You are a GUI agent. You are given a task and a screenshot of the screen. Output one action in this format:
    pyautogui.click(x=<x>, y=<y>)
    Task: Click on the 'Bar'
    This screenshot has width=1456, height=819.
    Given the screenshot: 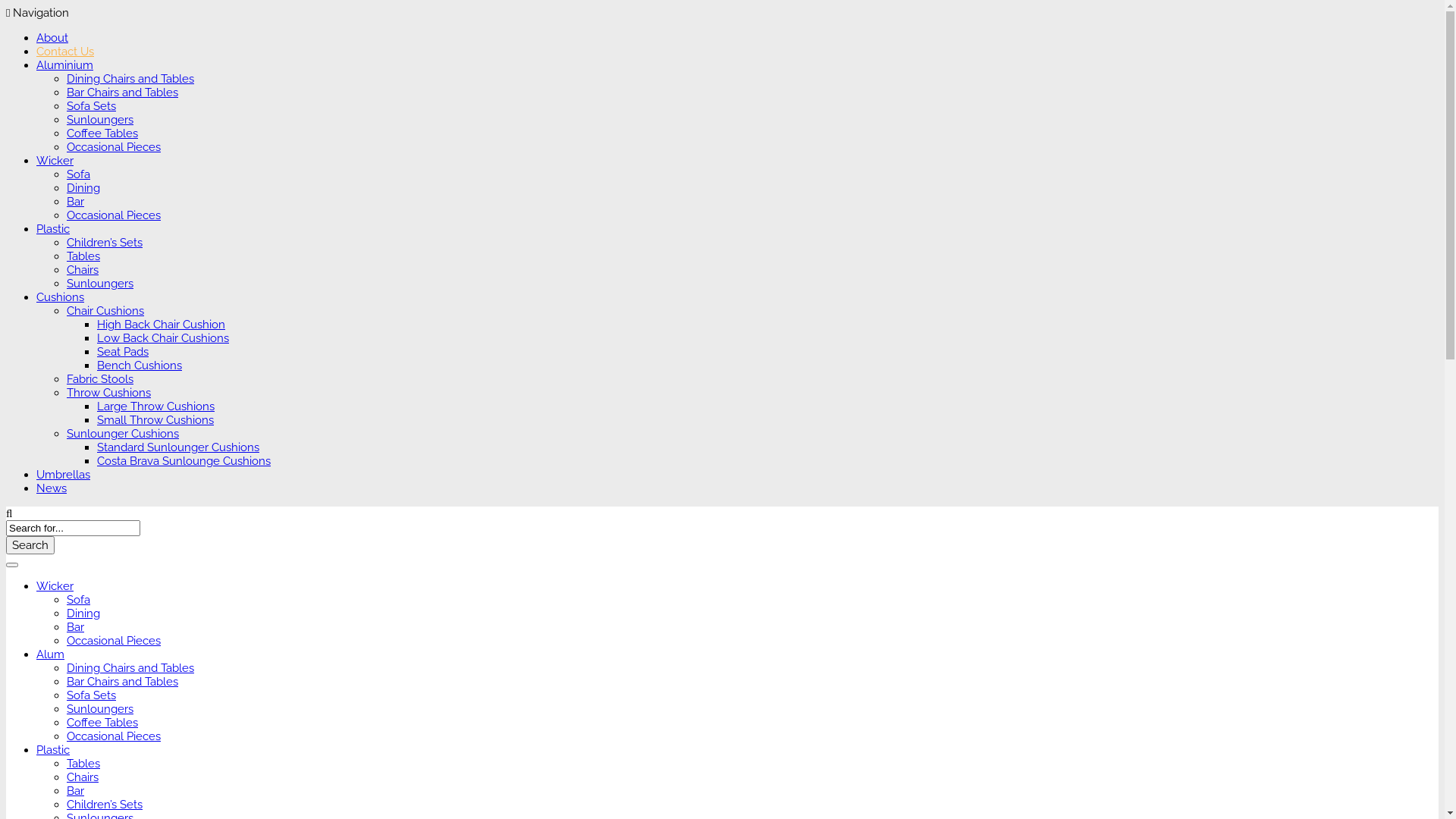 What is the action you would take?
    pyautogui.click(x=74, y=626)
    